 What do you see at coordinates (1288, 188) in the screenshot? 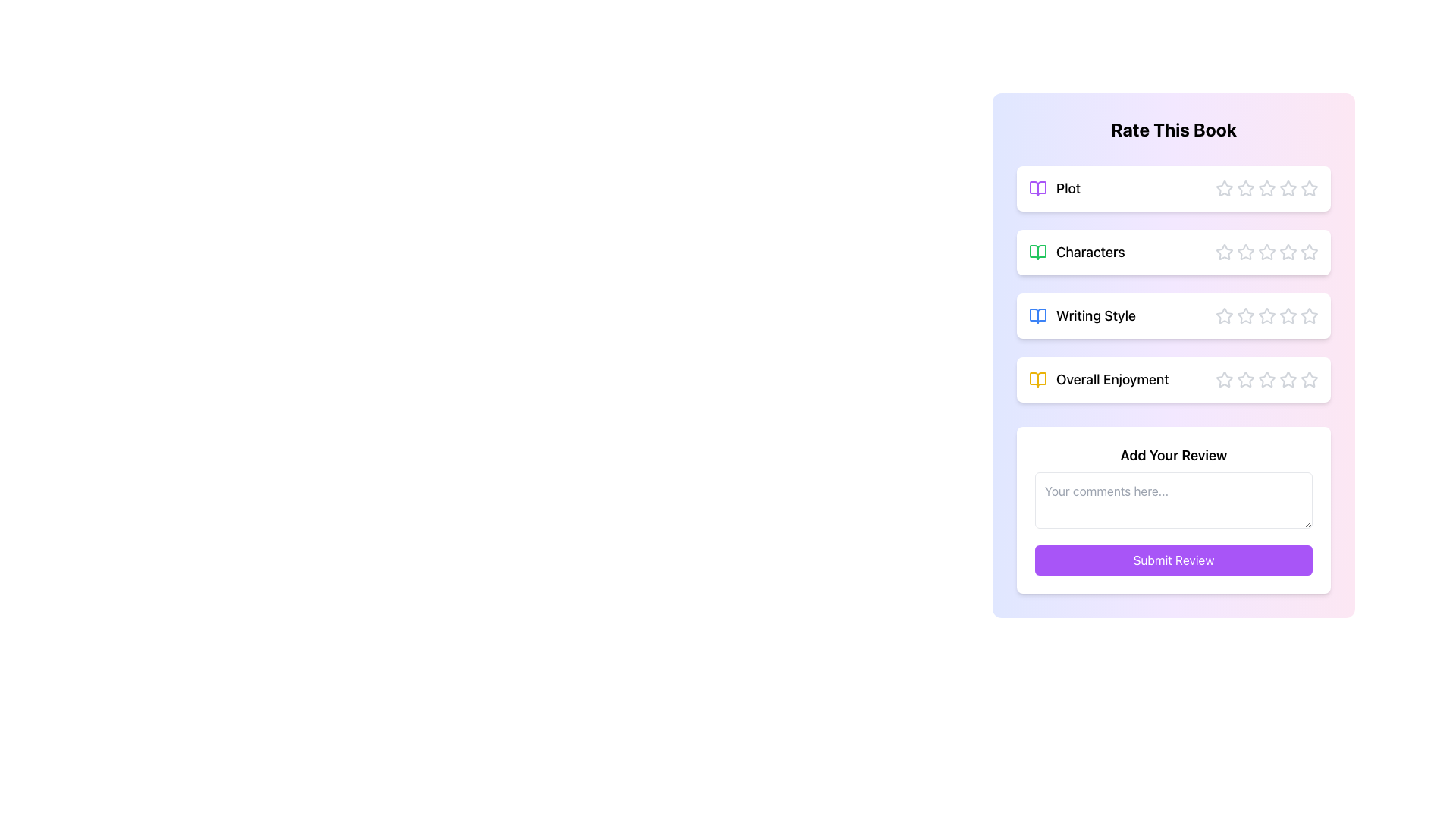
I see `the fifth star in the rating system for the 'Plot' category under 'Rate This Book.'` at bounding box center [1288, 188].